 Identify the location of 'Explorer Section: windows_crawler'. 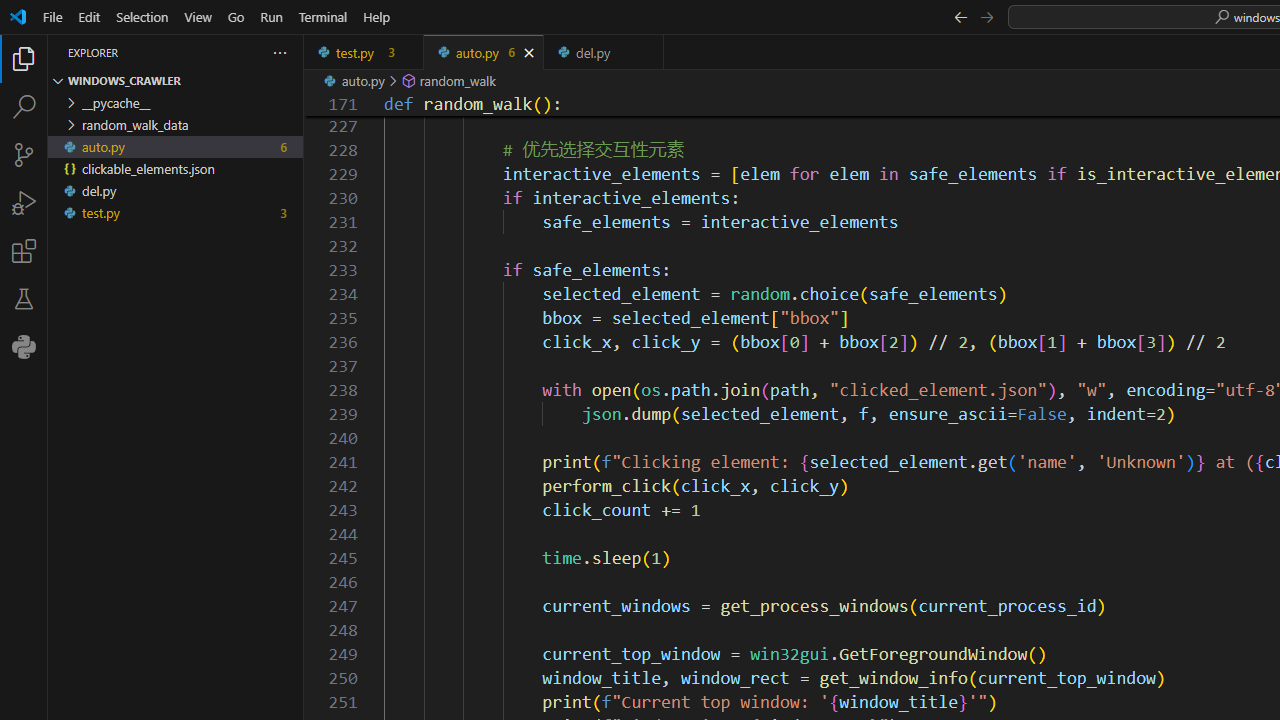
(176, 80).